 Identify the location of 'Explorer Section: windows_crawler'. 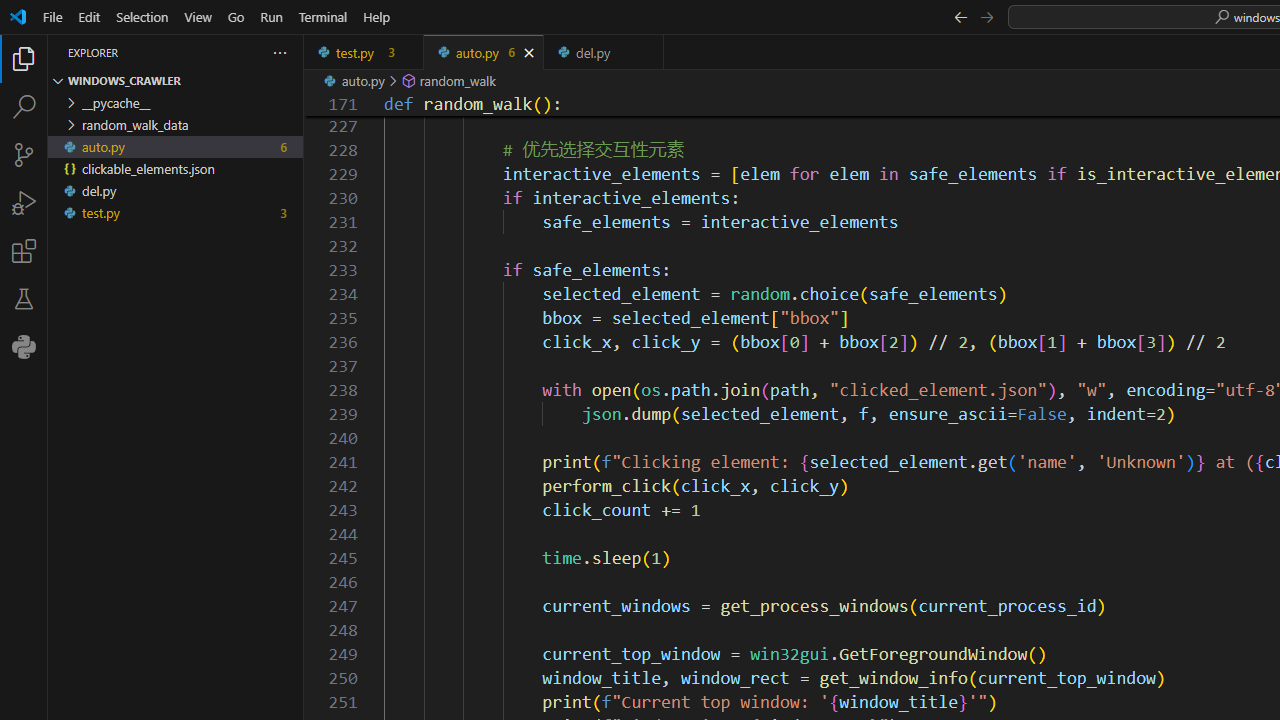
(176, 80).